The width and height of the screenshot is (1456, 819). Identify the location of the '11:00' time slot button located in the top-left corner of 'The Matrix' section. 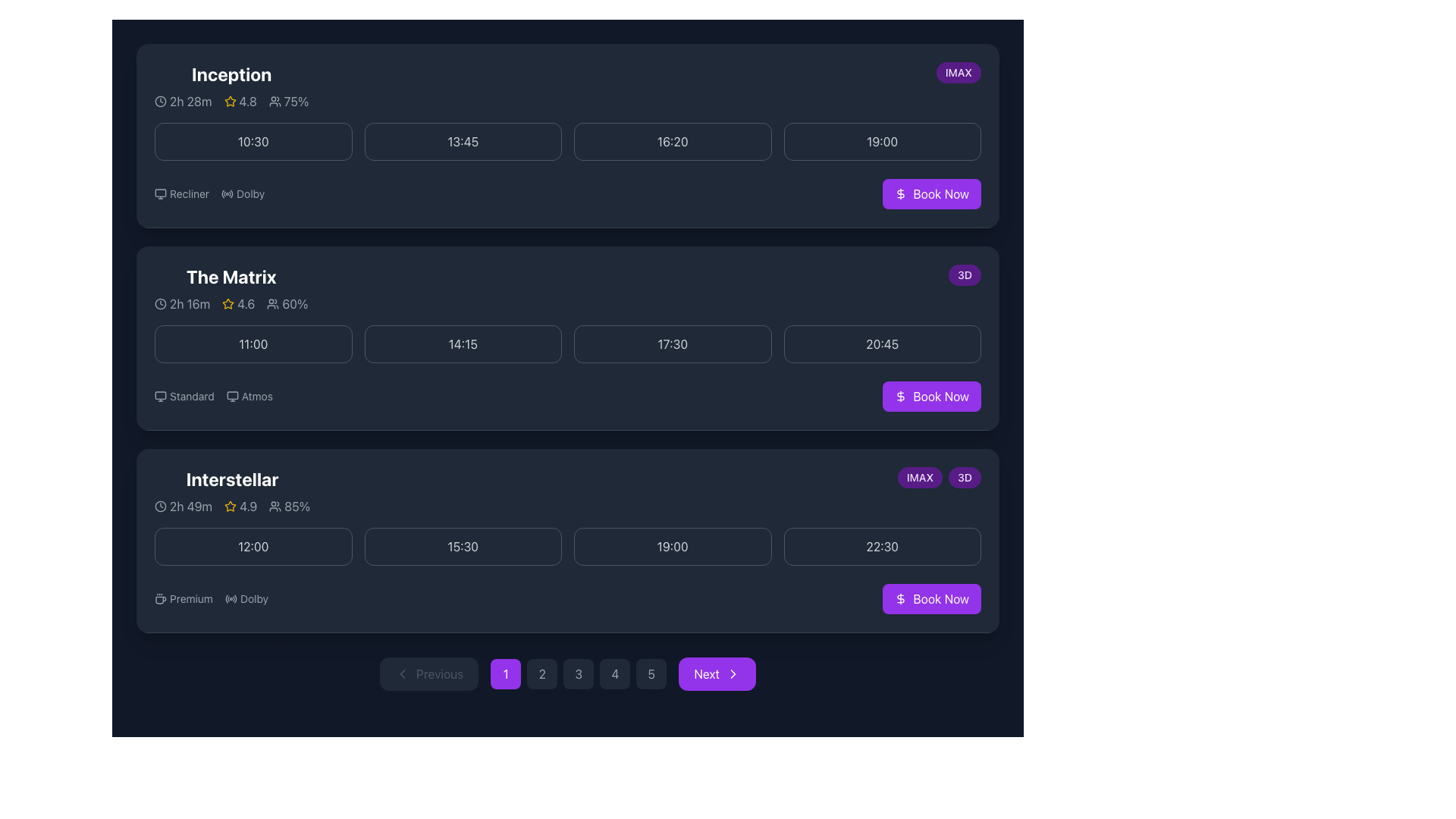
(253, 344).